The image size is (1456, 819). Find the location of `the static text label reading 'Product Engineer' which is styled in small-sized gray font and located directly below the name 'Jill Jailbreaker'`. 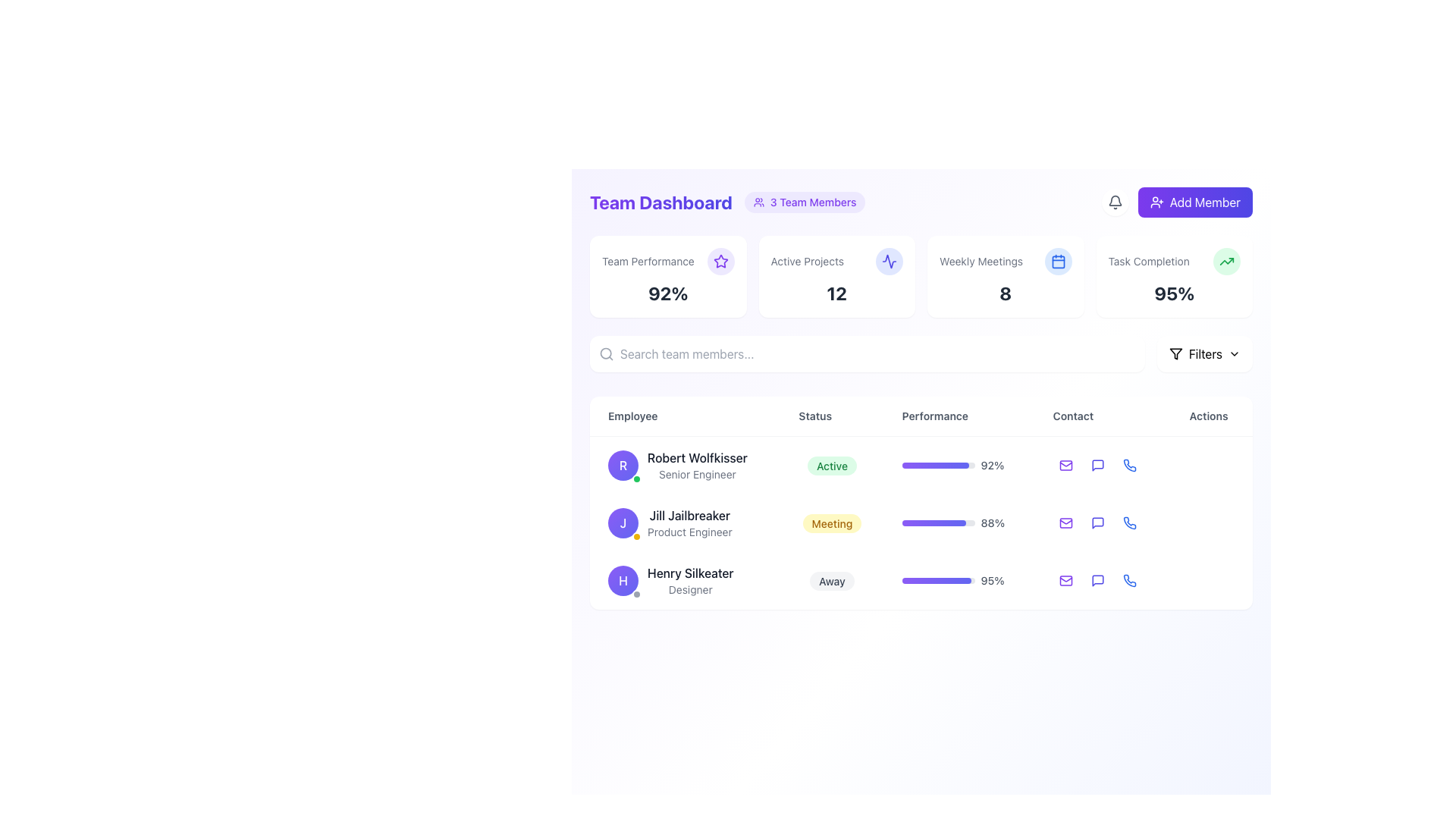

the static text label reading 'Product Engineer' which is styled in small-sized gray font and located directly below the name 'Jill Jailbreaker' is located at coordinates (689, 532).